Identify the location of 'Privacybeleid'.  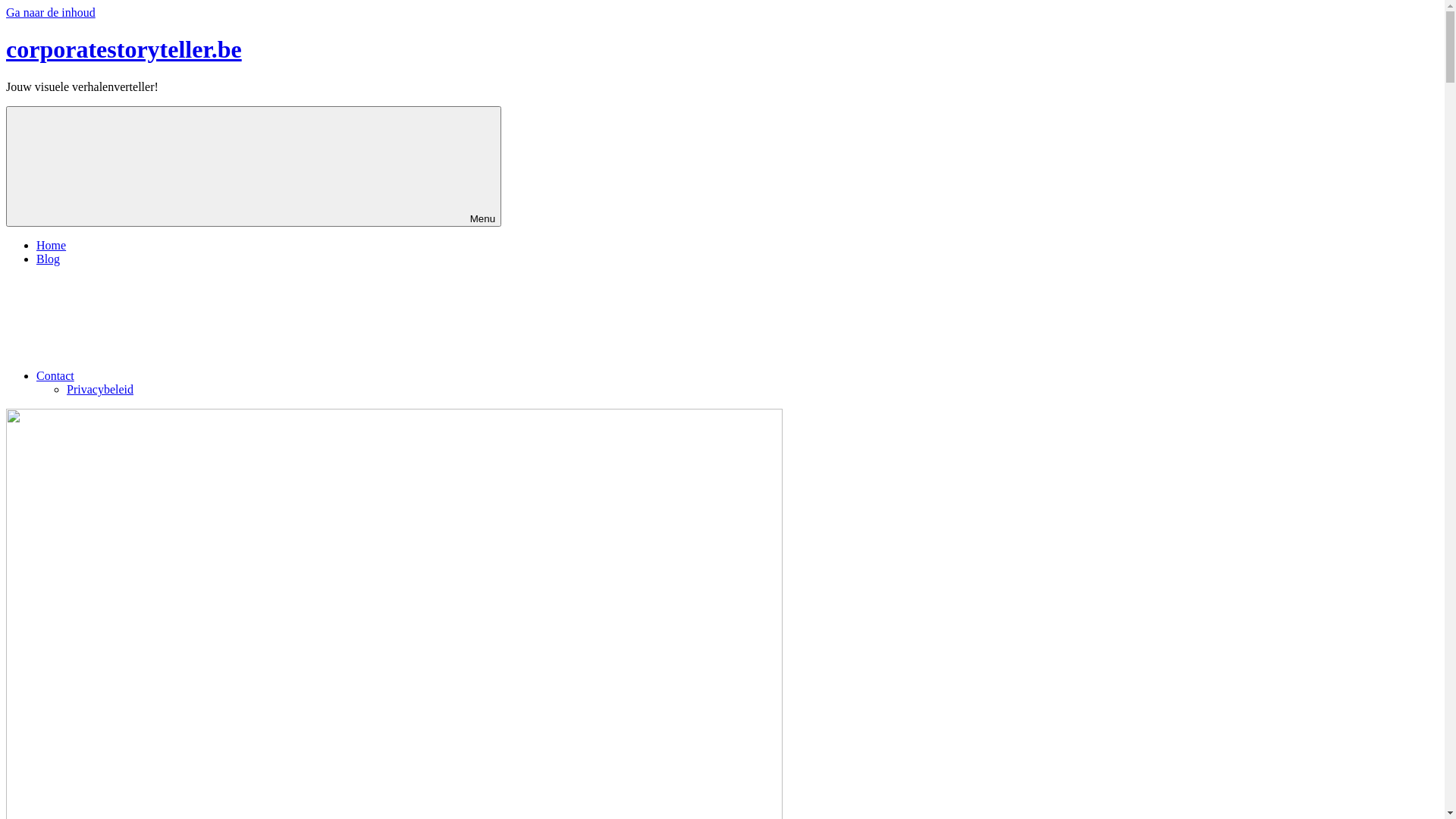
(65, 388).